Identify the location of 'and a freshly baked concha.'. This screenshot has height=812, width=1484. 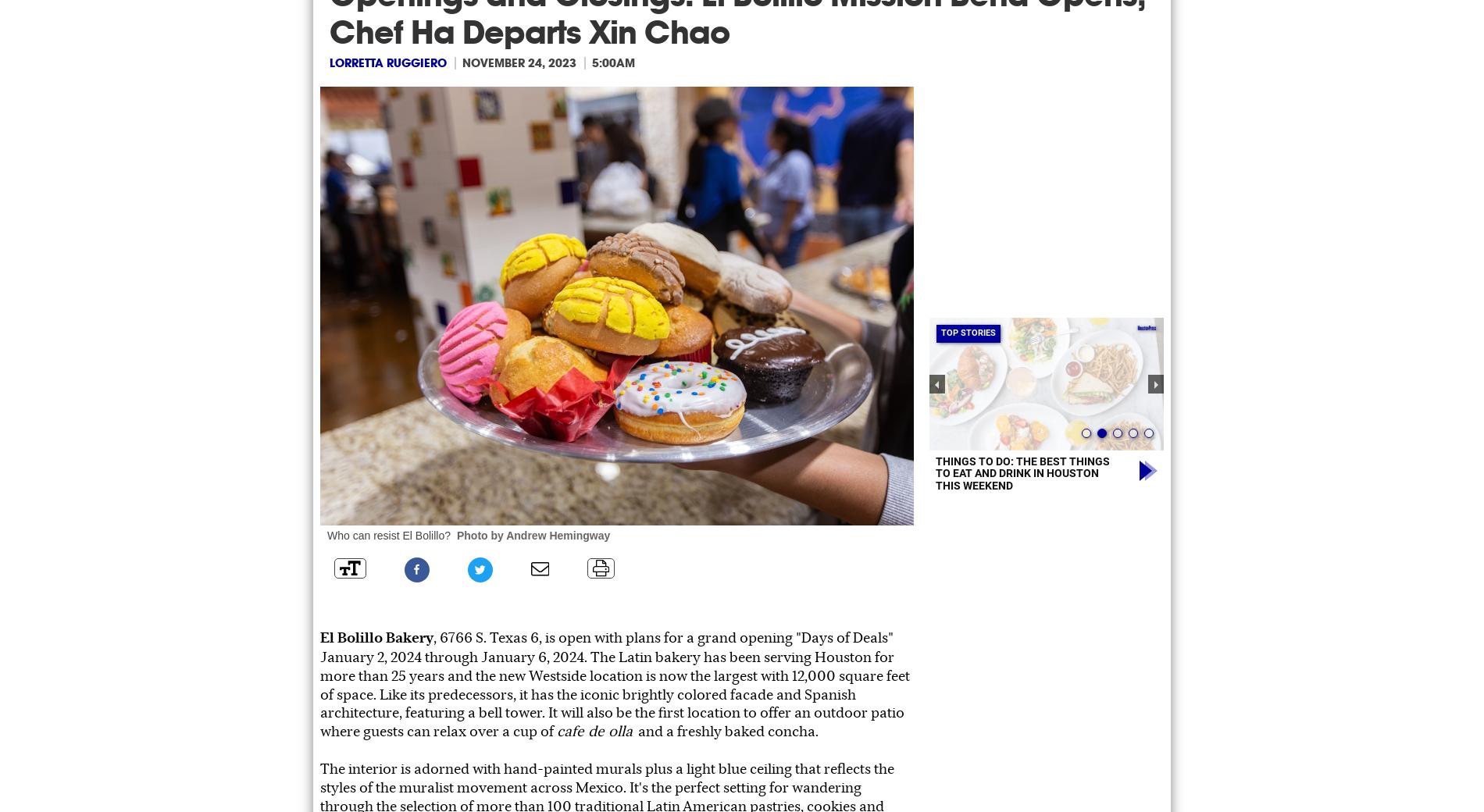
(727, 731).